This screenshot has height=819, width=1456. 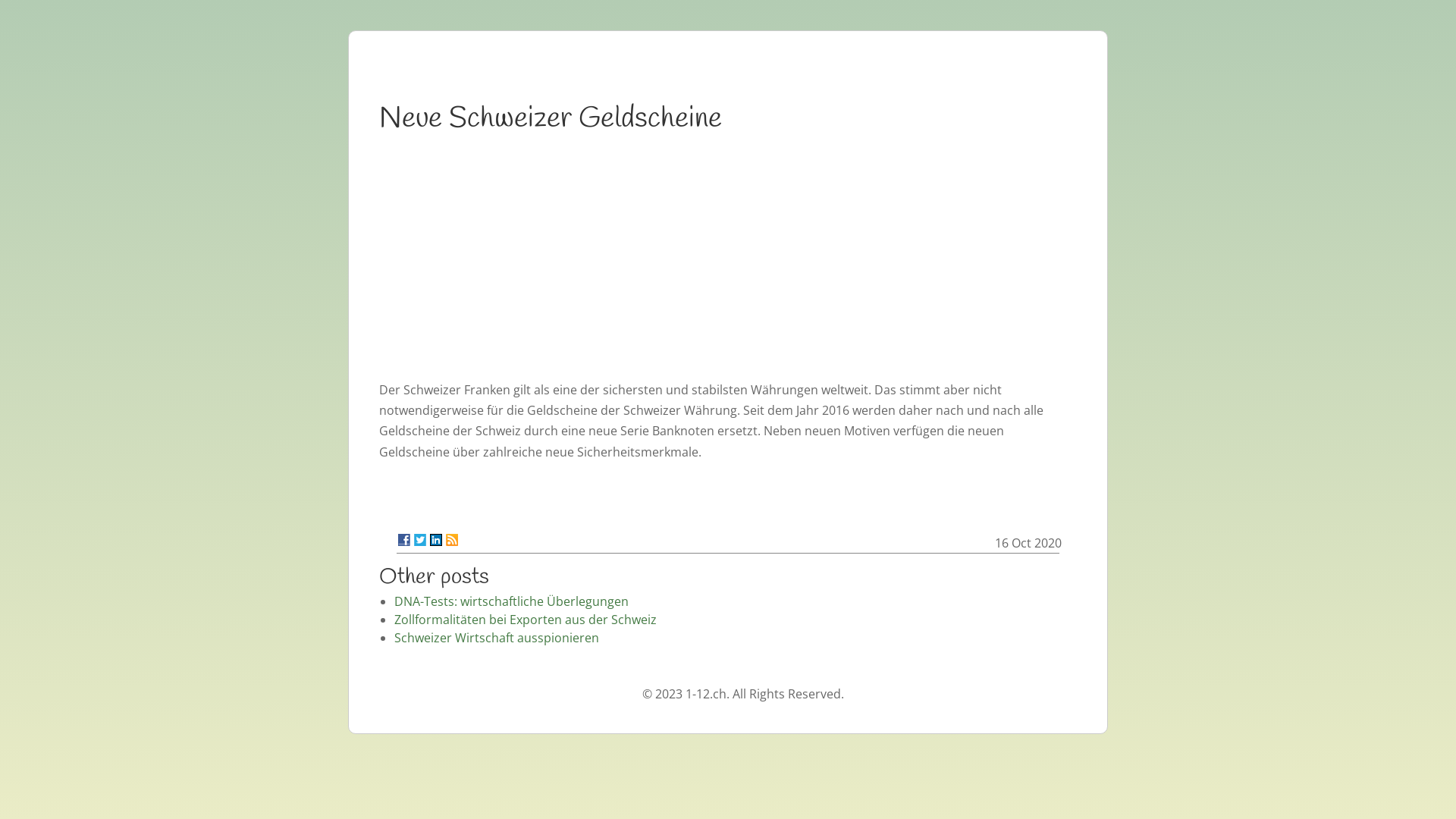 What do you see at coordinates (428, 539) in the screenshot?
I see `'LinkedIn'` at bounding box center [428, 539].